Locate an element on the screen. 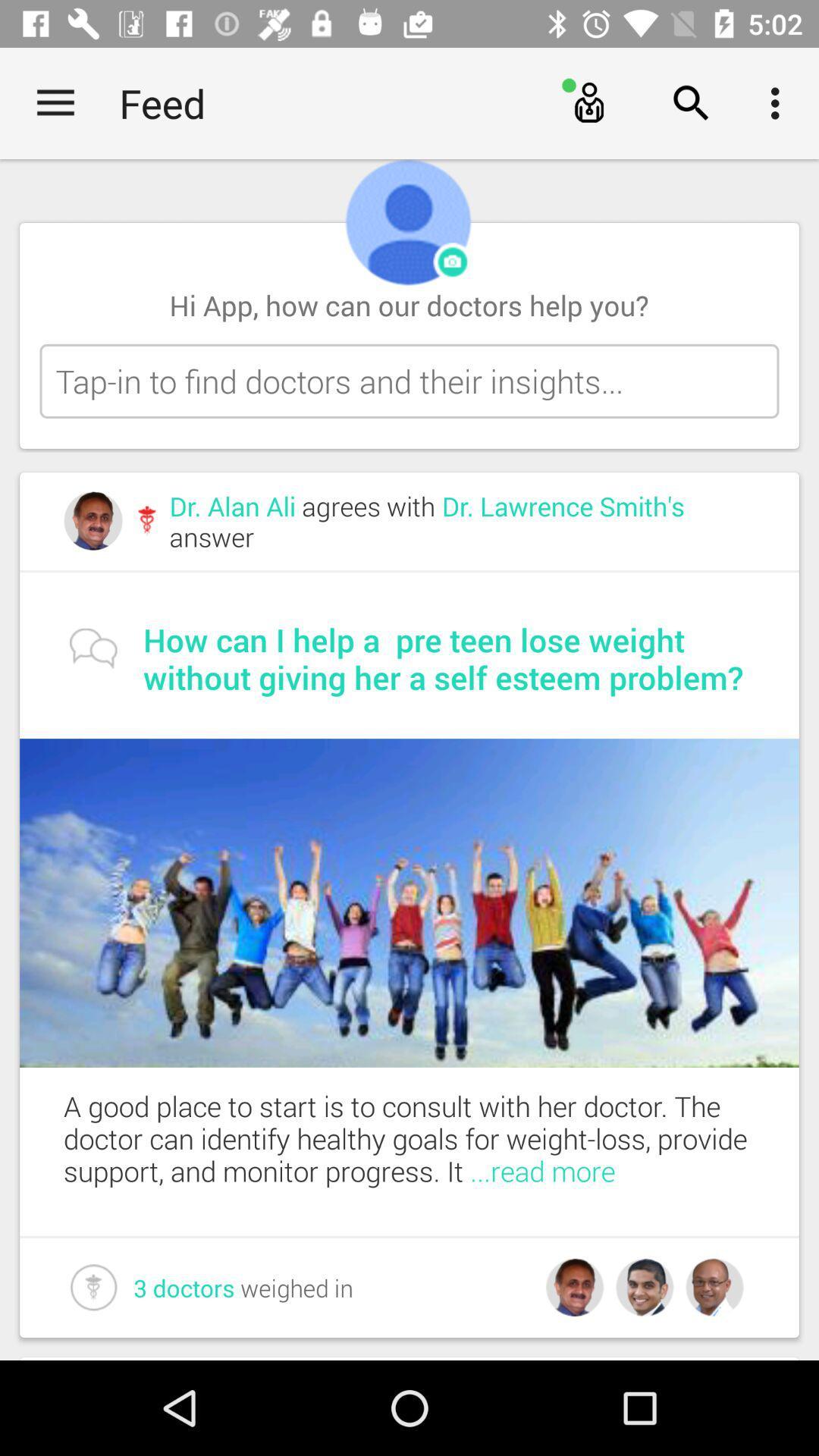 Image resolution: width=819 pixels, height=1456 pixels. search for doctors and their insights is located at coordinates (409, 381).